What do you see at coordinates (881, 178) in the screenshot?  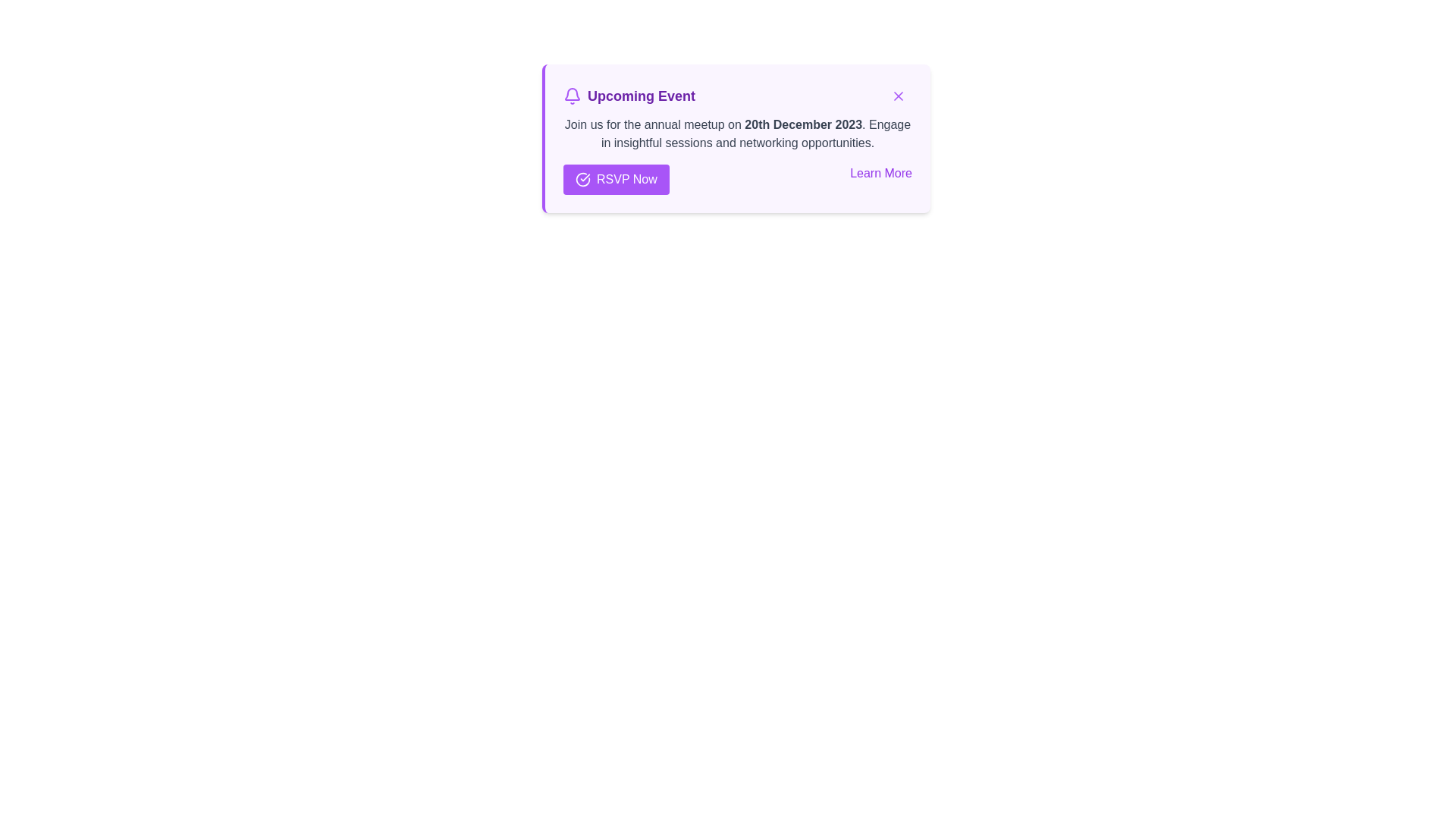 I see `the 'Learn More' hyperlink styled with purple font and an underlined hover effect` at bounding box center [881, 178].